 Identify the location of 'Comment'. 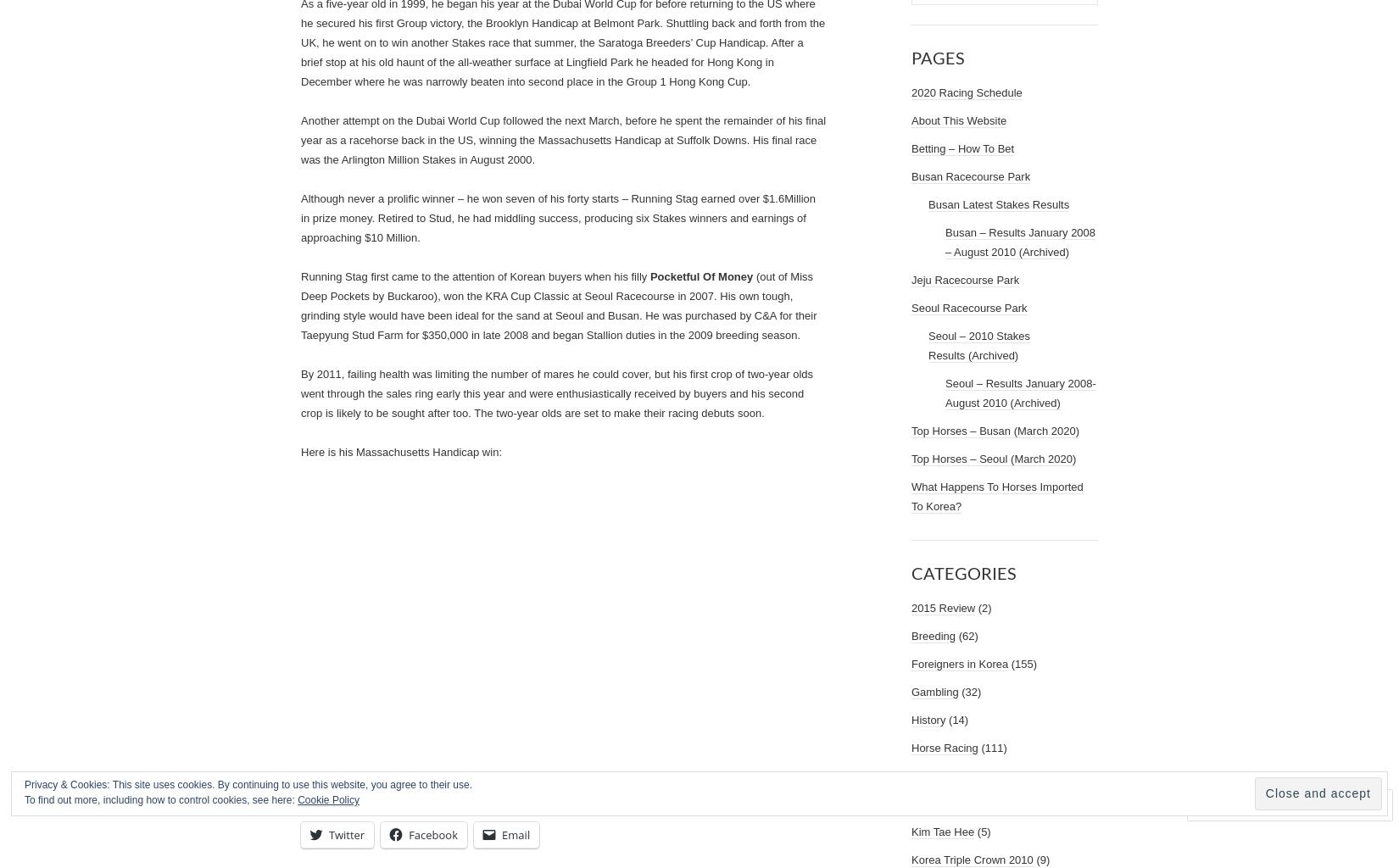
(1246, 804).